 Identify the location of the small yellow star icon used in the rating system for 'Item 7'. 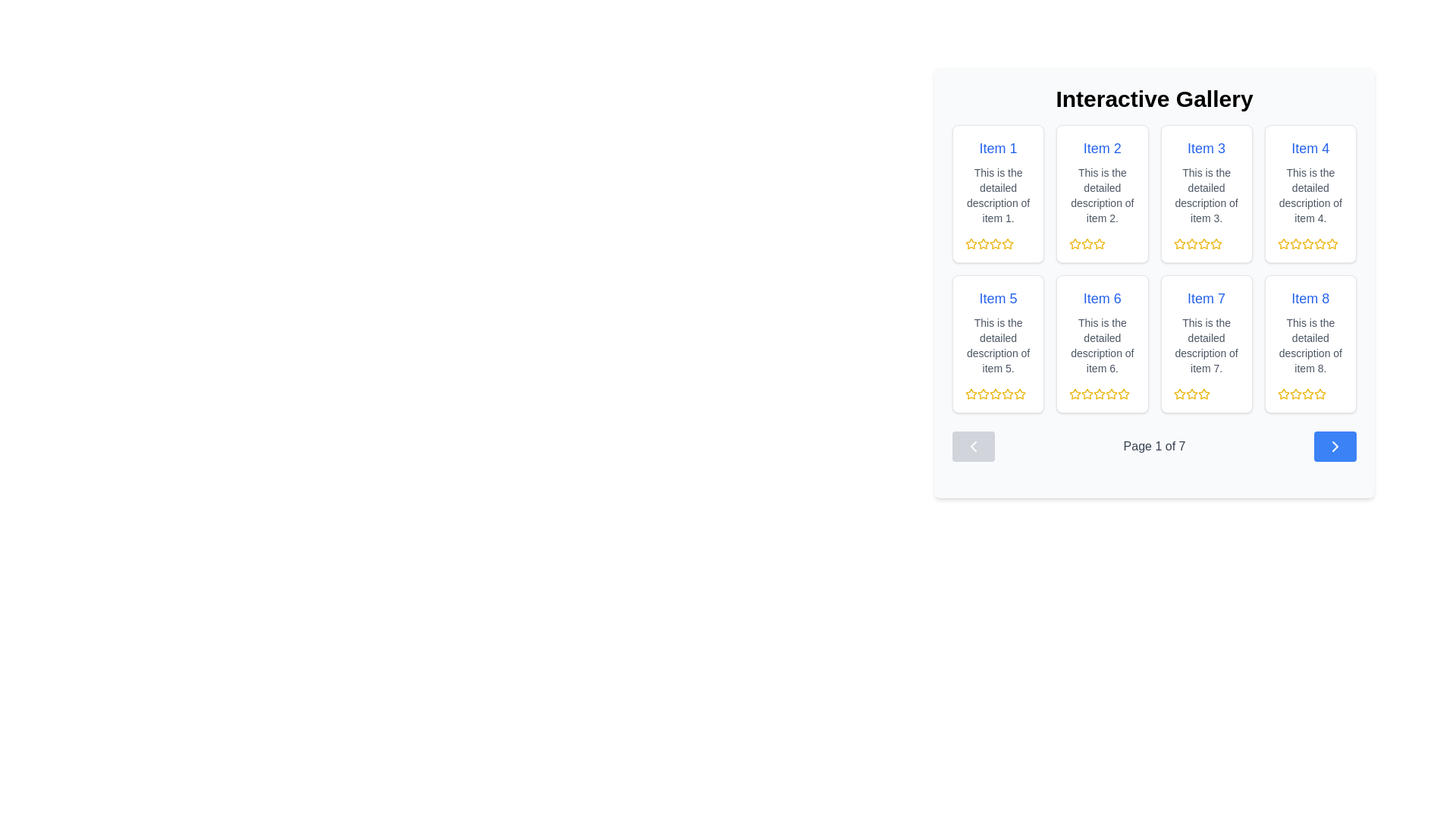
(1178, 394).